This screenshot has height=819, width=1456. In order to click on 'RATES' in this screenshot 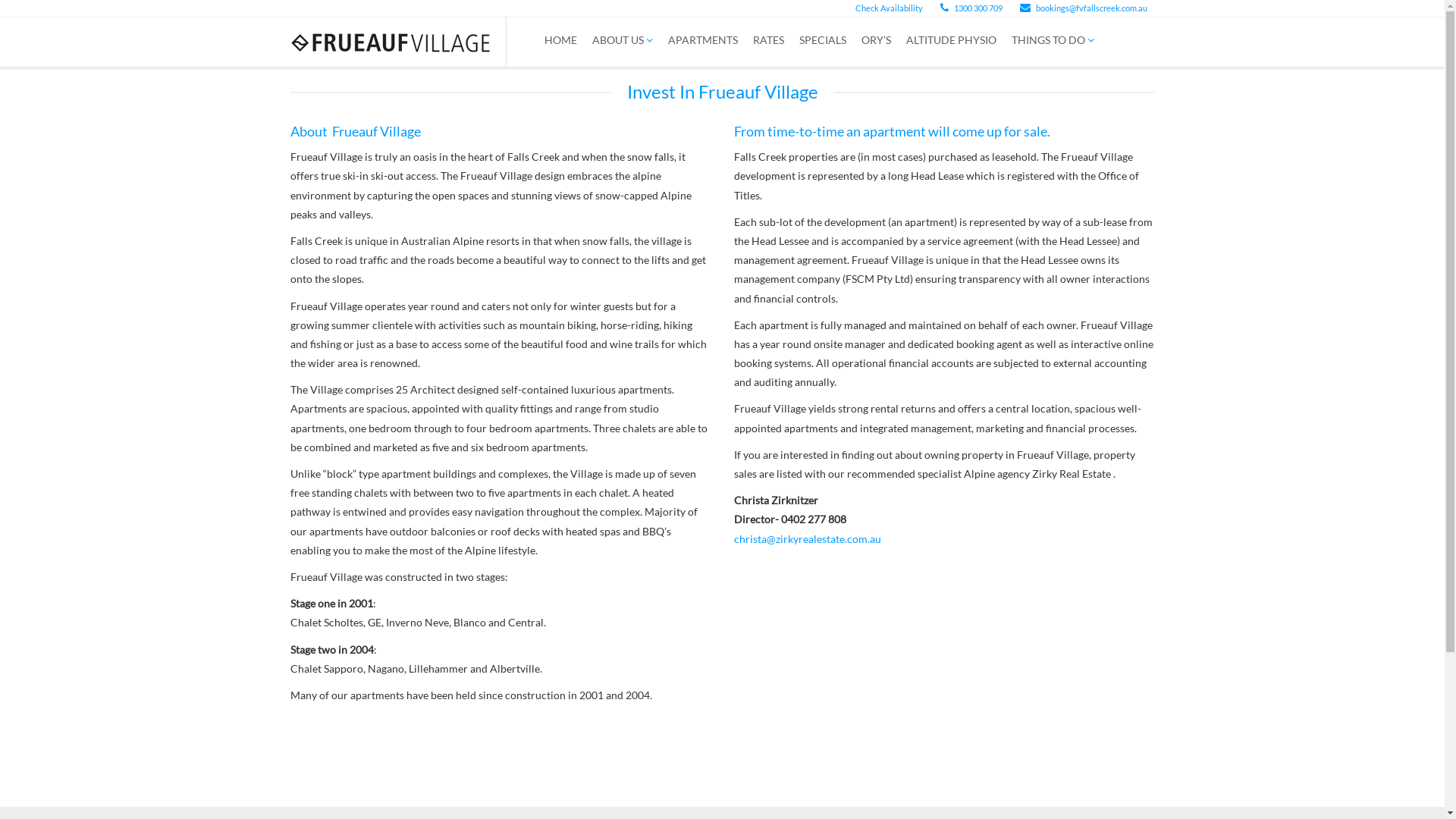, I will do `click(767, 39)`.